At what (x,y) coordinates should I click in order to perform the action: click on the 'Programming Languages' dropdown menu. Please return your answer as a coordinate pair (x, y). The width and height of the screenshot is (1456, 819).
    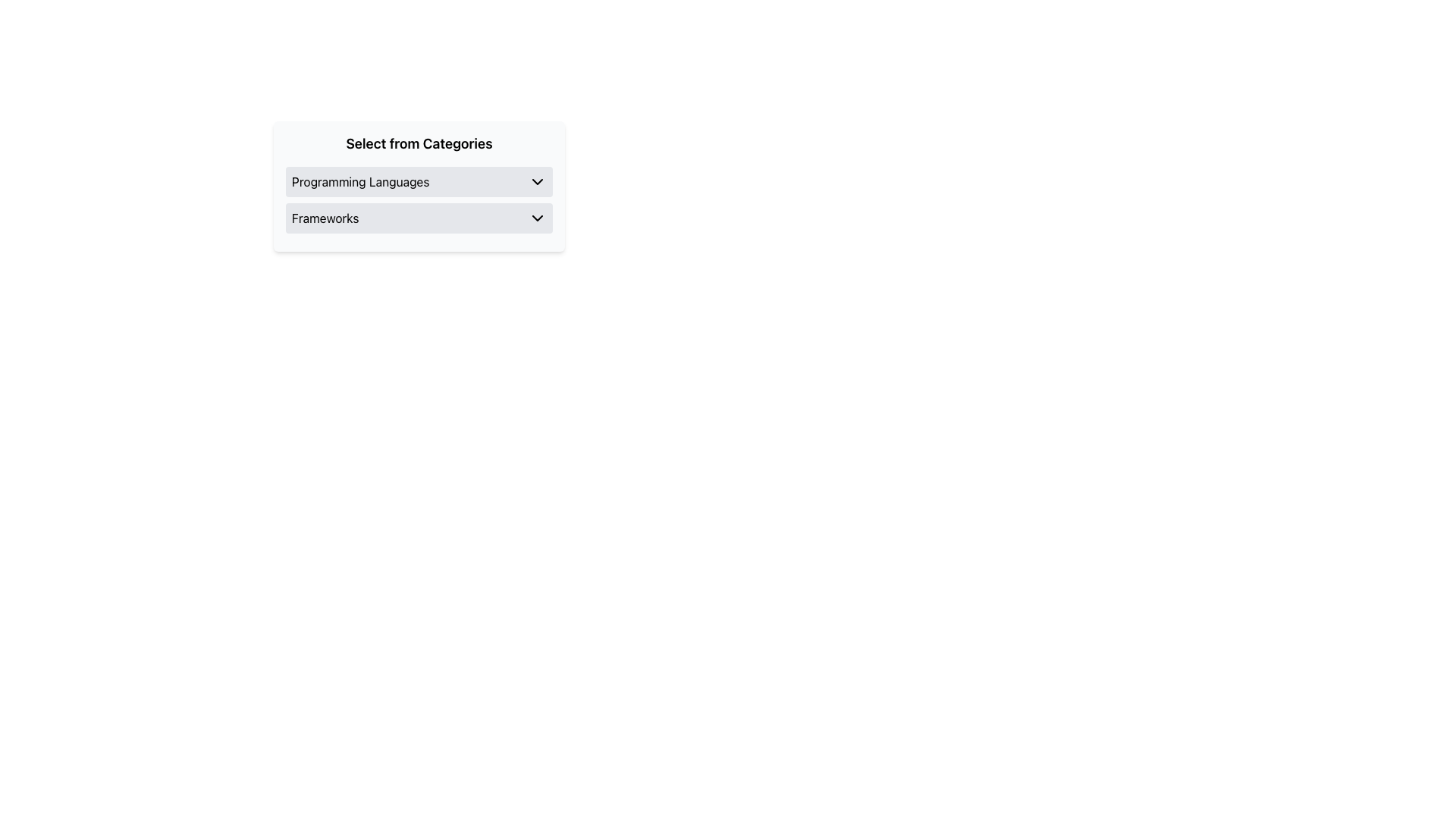
    Looking at the image, I should click on (419, 180).